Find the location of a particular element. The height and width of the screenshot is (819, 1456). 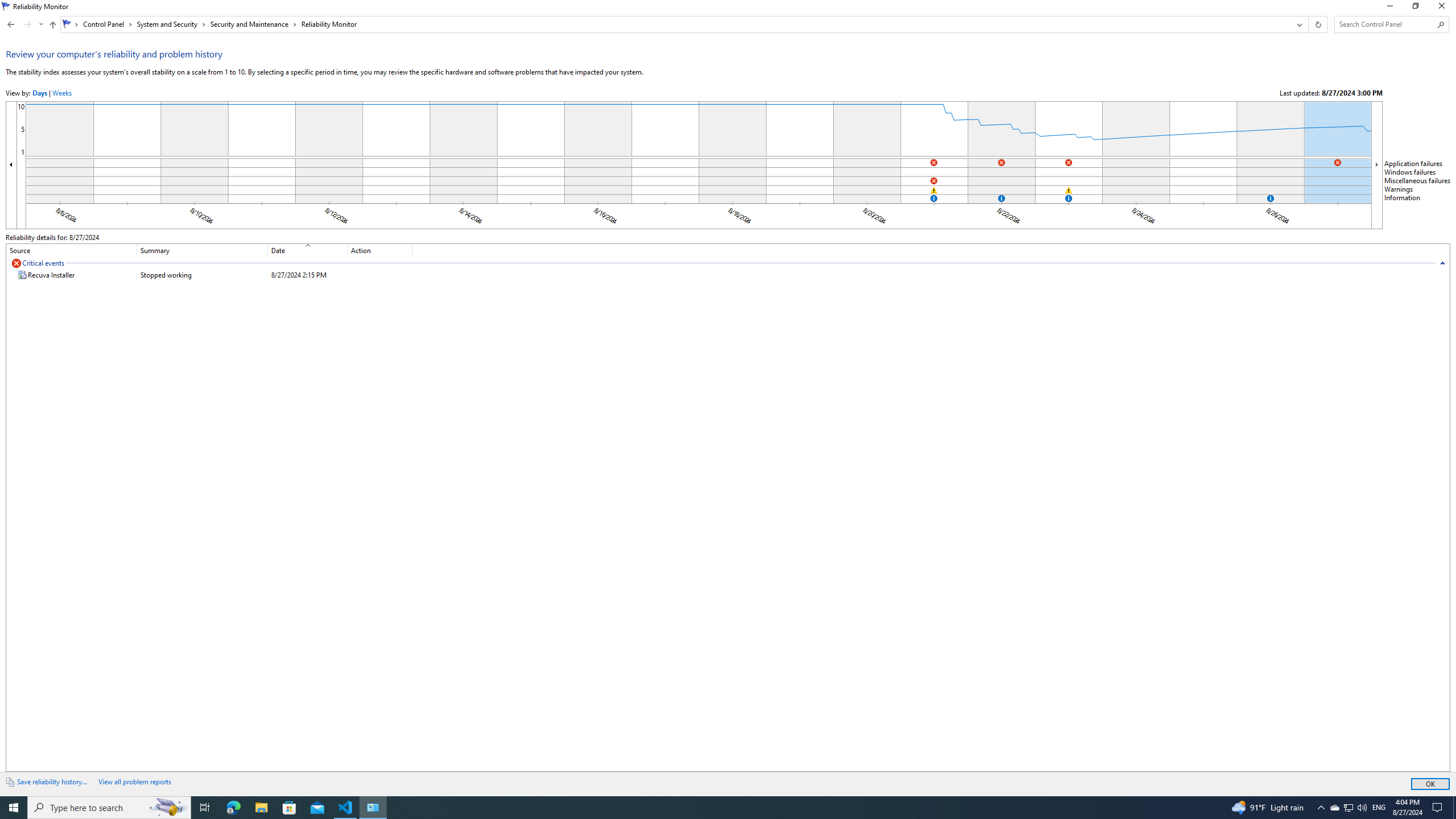

'Previous Locations' is located at coordinates (1298, 24).